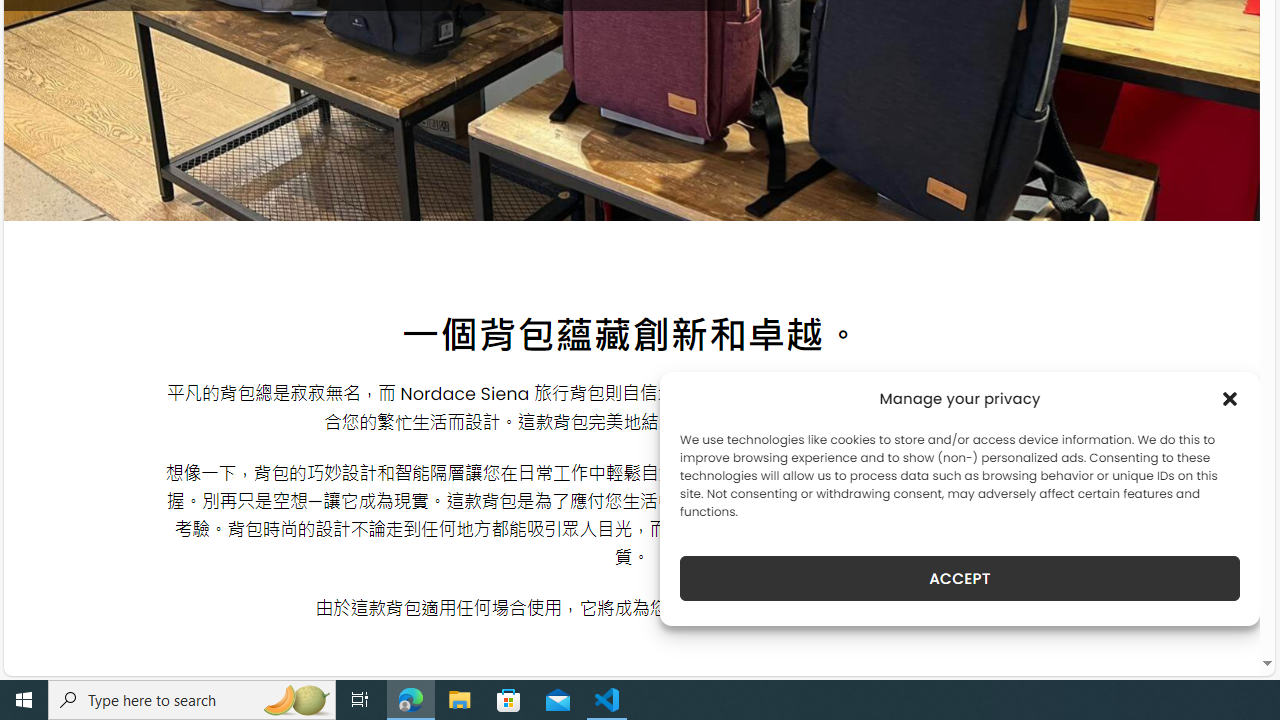  What do you see at coordinates (1229, 398) in the screenshot?
I see `'Class: cmplz-close'` at bounding box center [1229, 398].